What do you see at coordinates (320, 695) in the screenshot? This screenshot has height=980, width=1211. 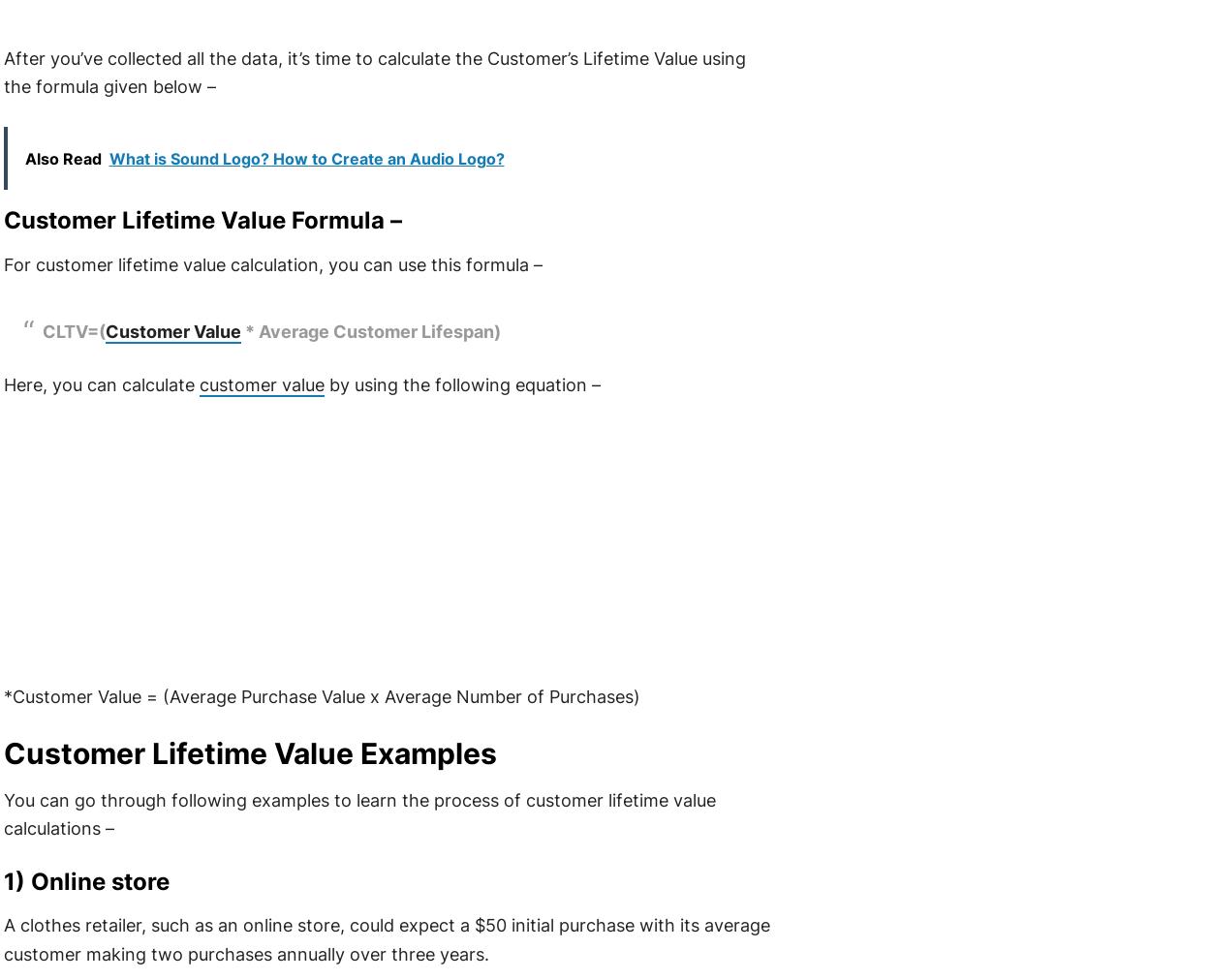 I see `'*Customer Value = (Average Purchase Value x Average Number of Purchases)'` at bounding box center [320, 695].